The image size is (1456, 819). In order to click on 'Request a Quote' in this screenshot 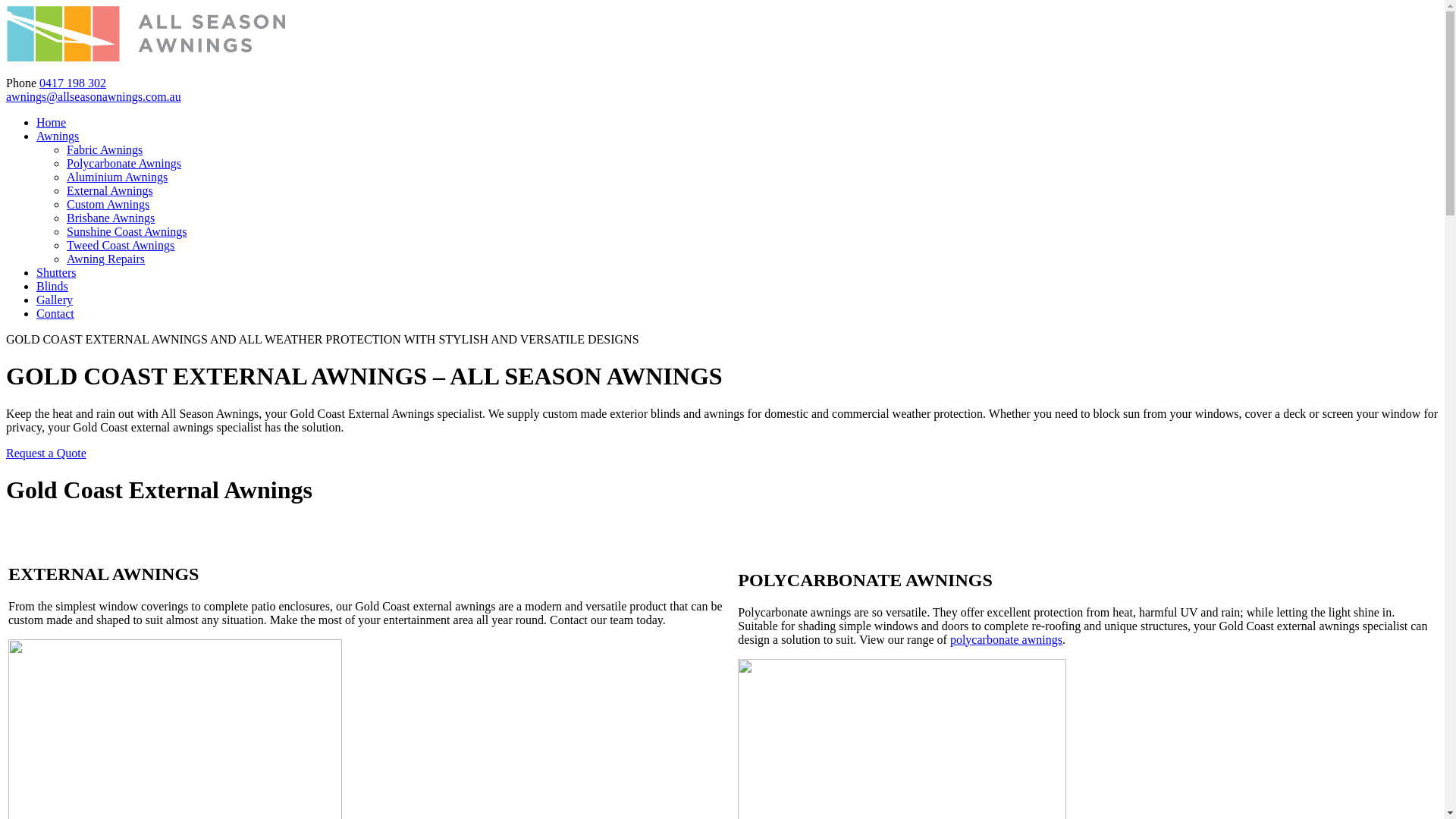, I will do `click(46, 452)`.